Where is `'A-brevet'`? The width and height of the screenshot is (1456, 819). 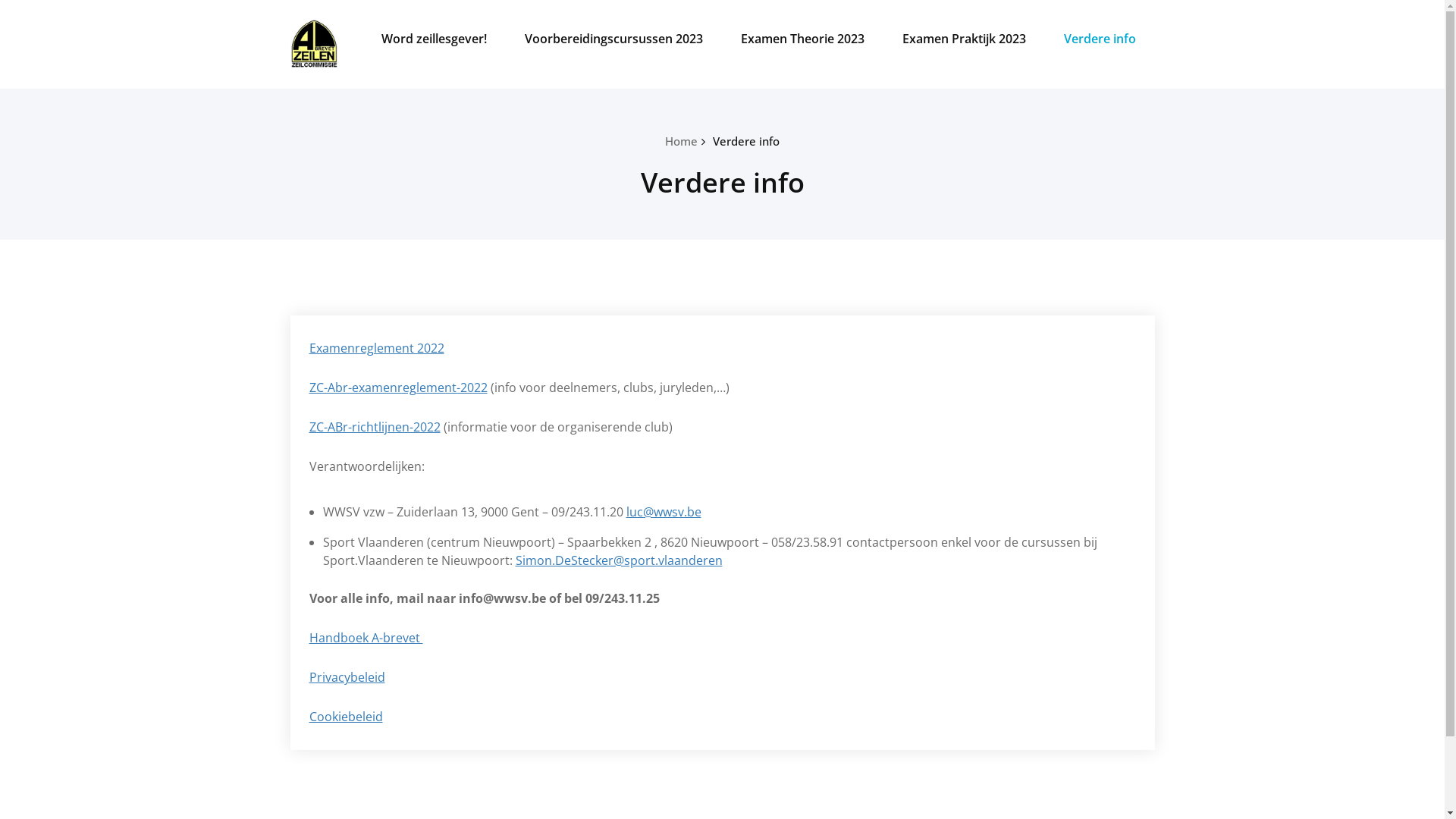
'A-brevet' is located at coordinates (348, 25).